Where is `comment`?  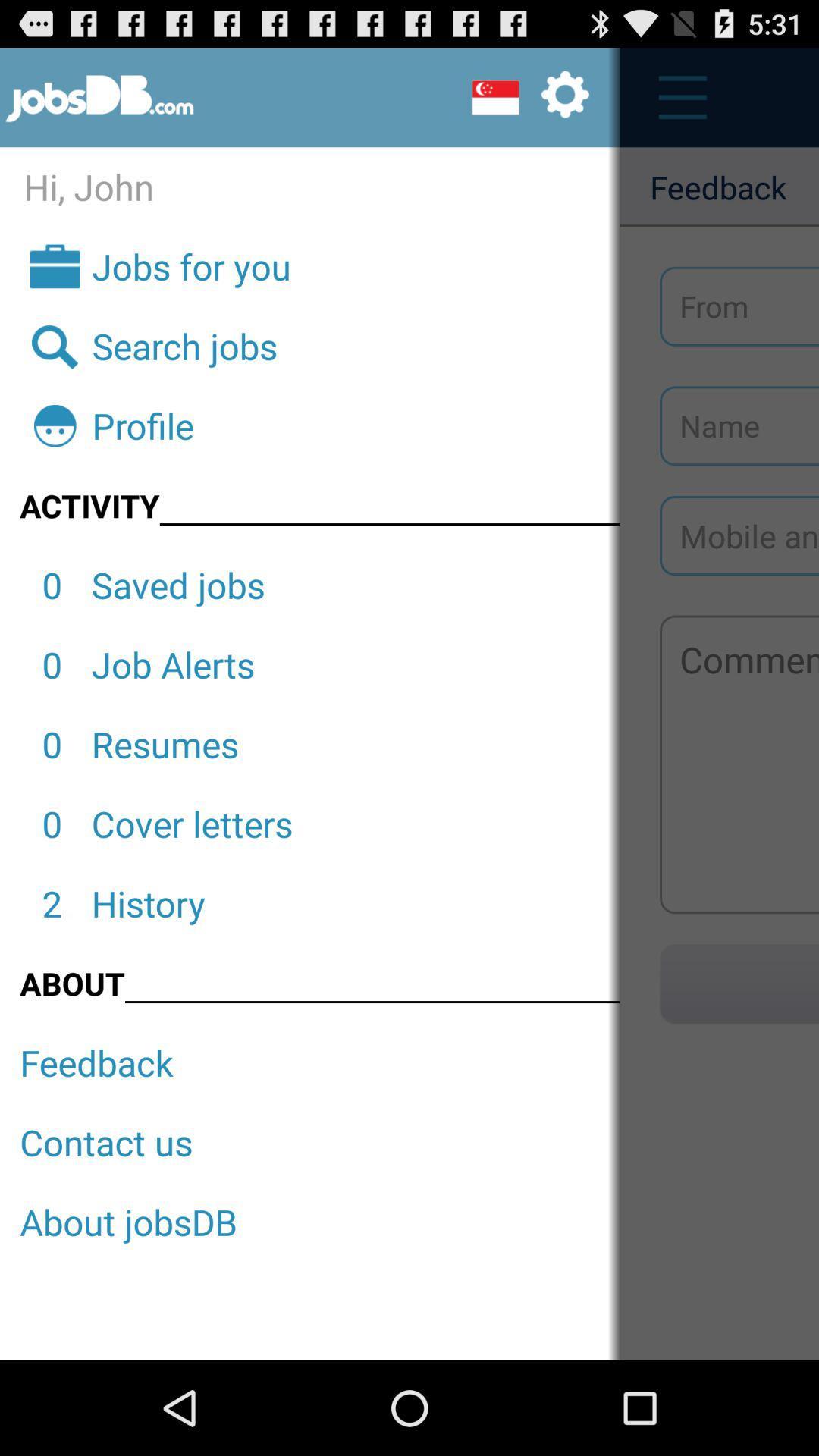 comment is located at coordinates (739, 764).